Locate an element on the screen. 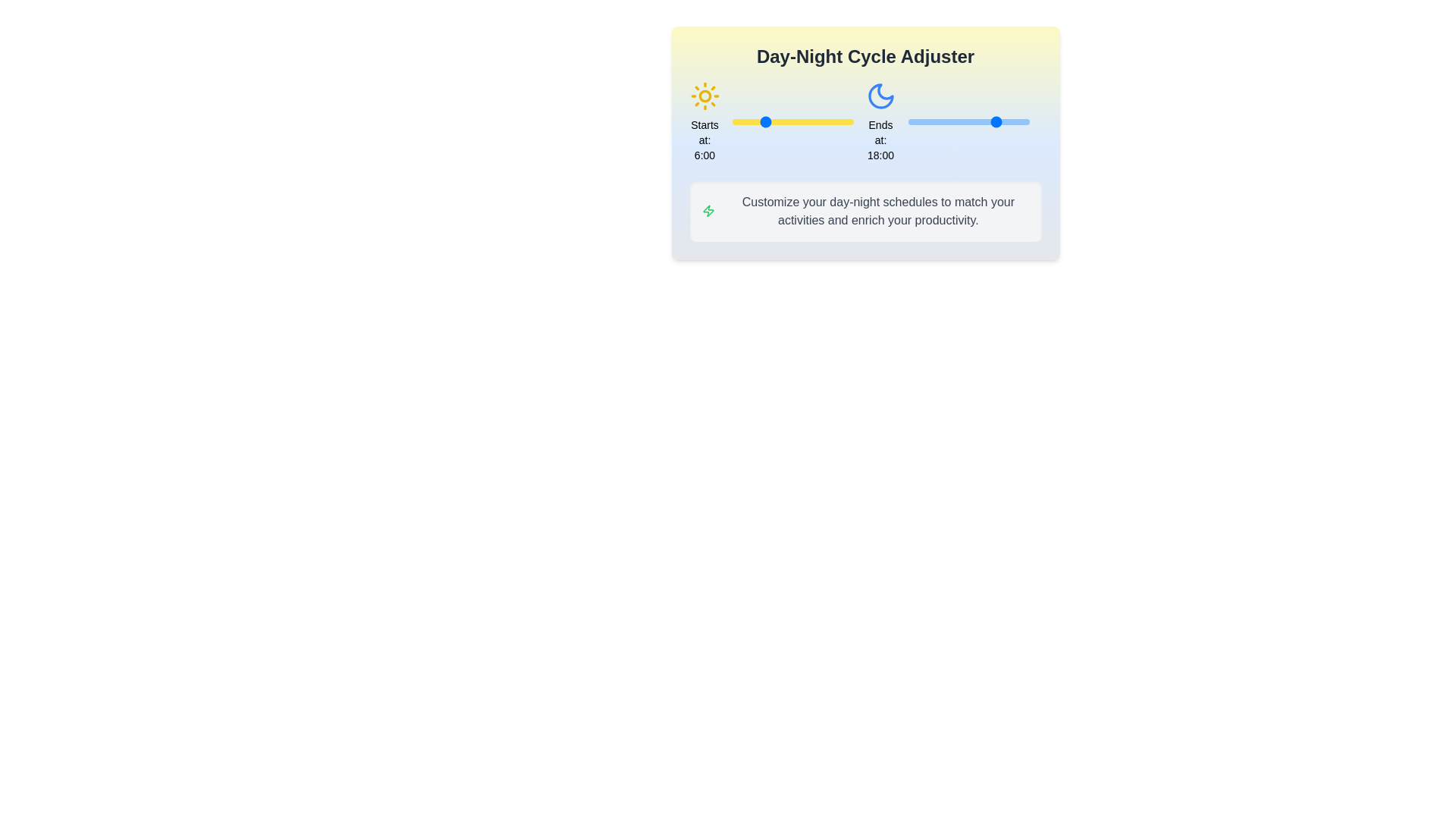 The height and width of the screenshot is (819, 1456). the end time of the day cycle to 22 hours using the right slider is located at coordinates (1019, 121).